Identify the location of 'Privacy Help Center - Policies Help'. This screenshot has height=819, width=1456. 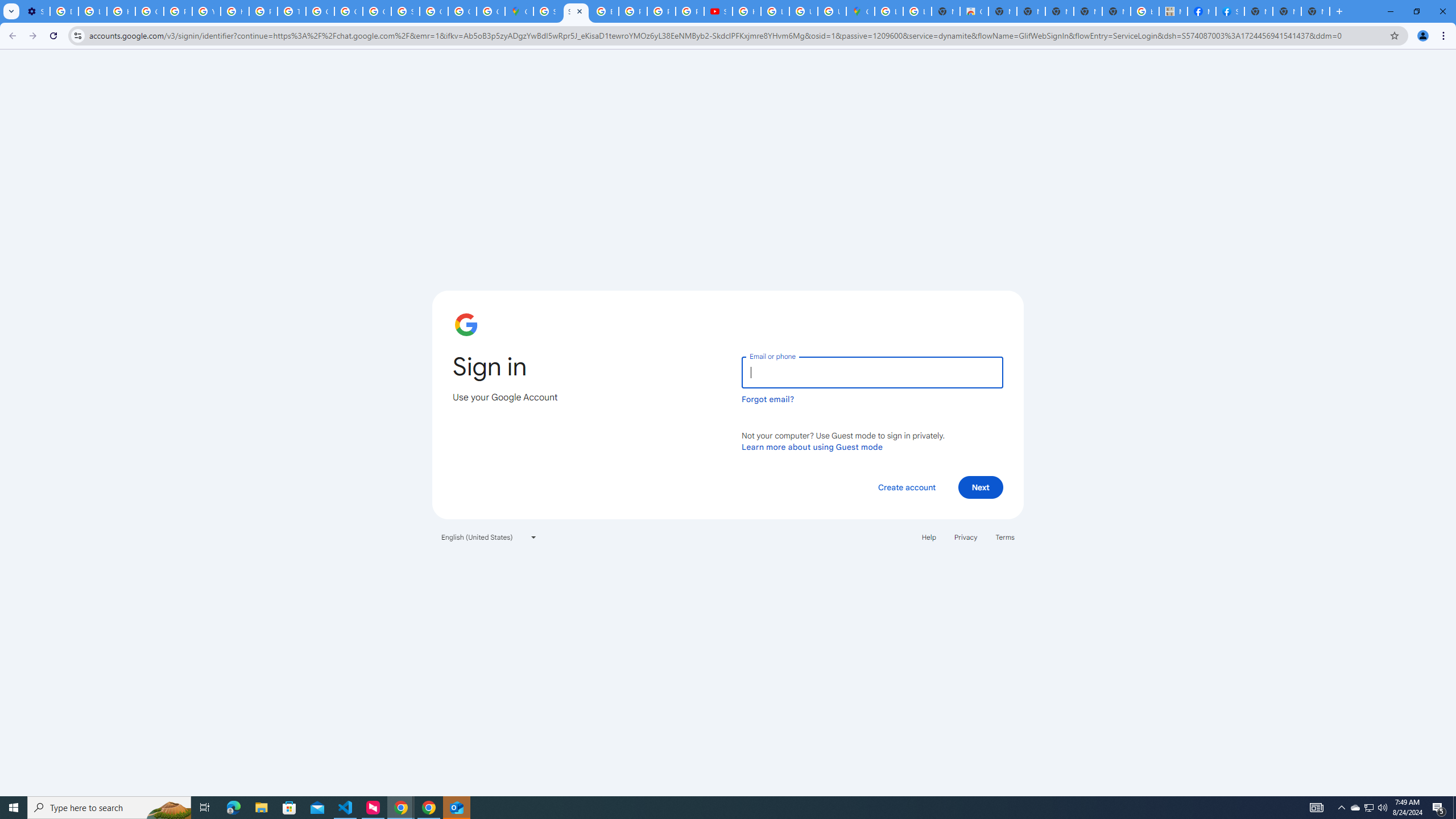
(178, 11).